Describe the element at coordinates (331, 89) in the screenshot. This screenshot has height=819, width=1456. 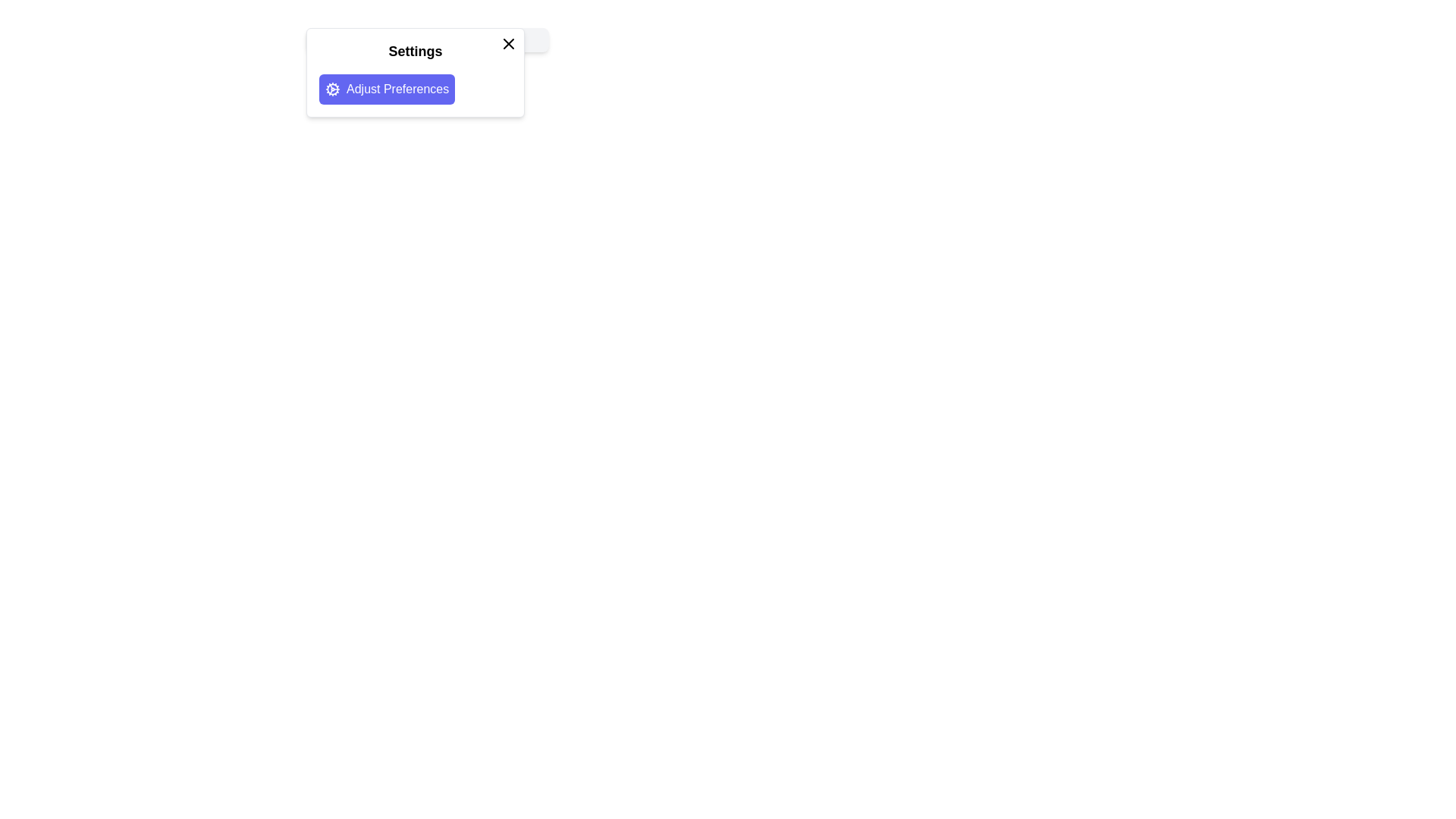
I see `the settings cog icon located in the top right panel, which indicates the settings menu feature, aligned vertically with the 'Adjust Preferences' text` at that location.